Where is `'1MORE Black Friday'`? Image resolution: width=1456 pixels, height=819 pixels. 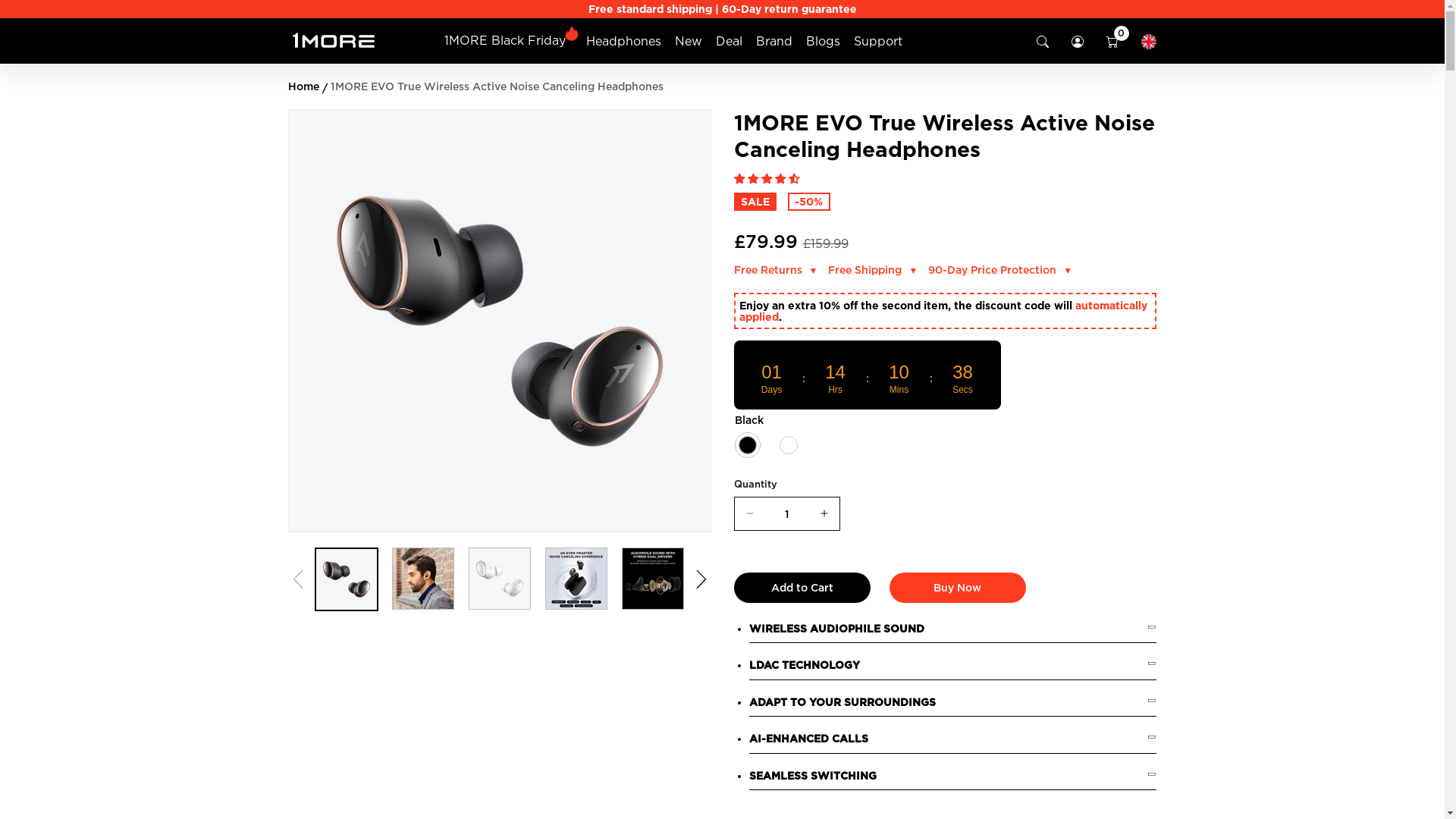 '1MORE Black Friday' is located at coordinates (505, 39).